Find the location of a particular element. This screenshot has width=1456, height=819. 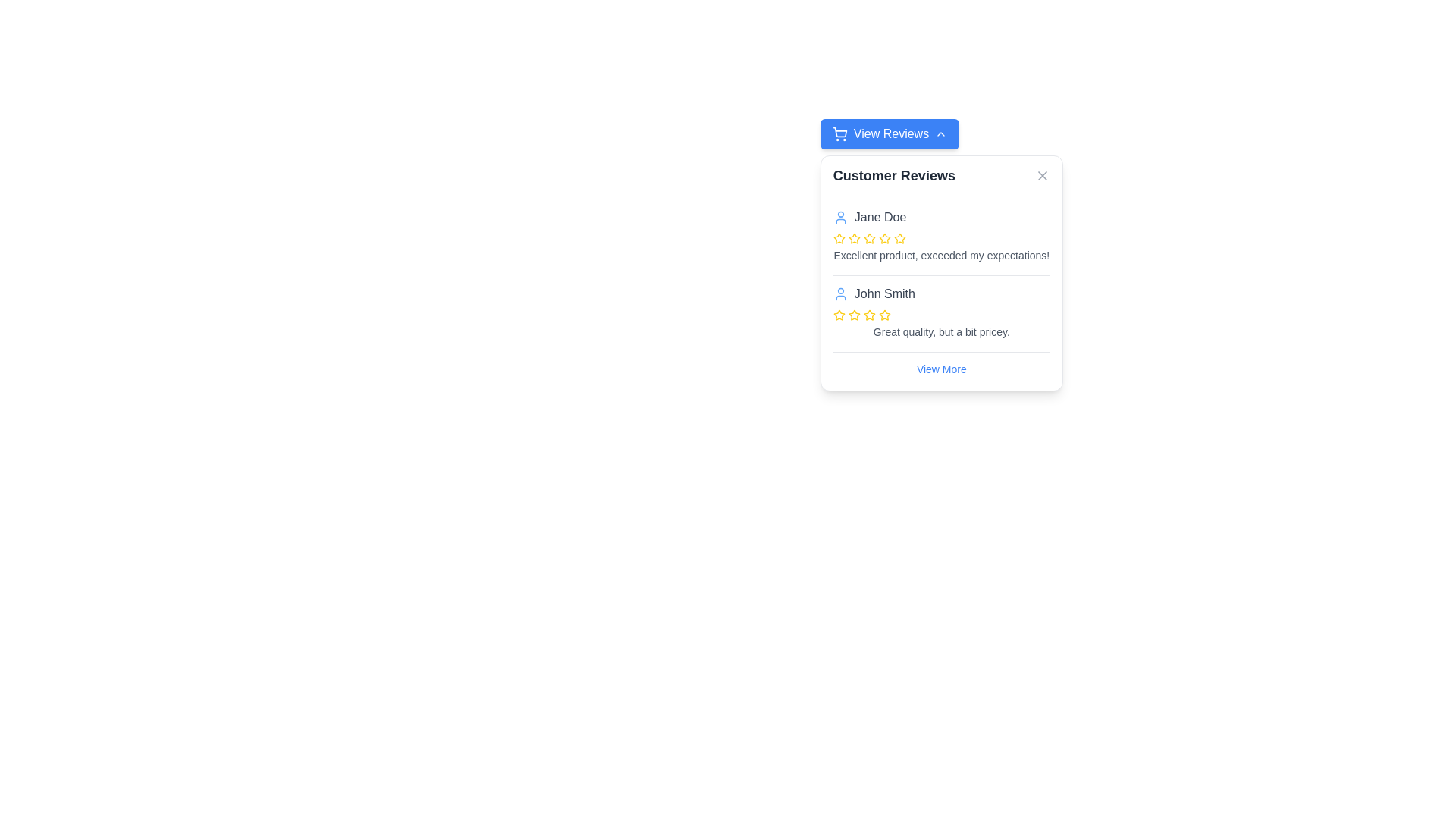

the second star rating icon below 'John Smith' in the 'Customer Reviews' section is located at coordinates (884, 314).